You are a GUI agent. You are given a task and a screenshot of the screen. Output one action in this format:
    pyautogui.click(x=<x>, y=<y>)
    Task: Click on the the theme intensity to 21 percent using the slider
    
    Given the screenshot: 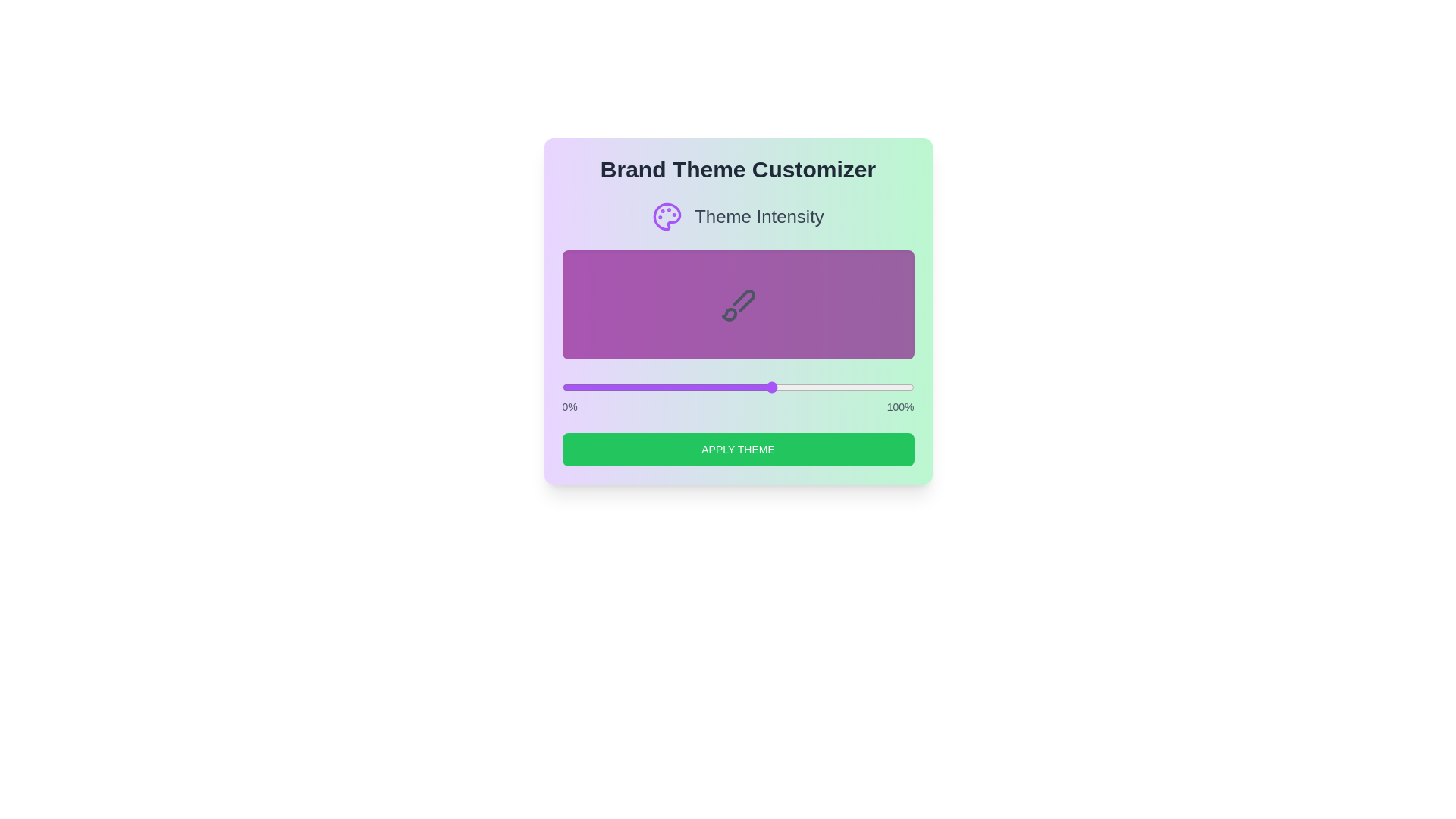 What is the action you would take?
    pyautogui.click(x=635, y=386)
    